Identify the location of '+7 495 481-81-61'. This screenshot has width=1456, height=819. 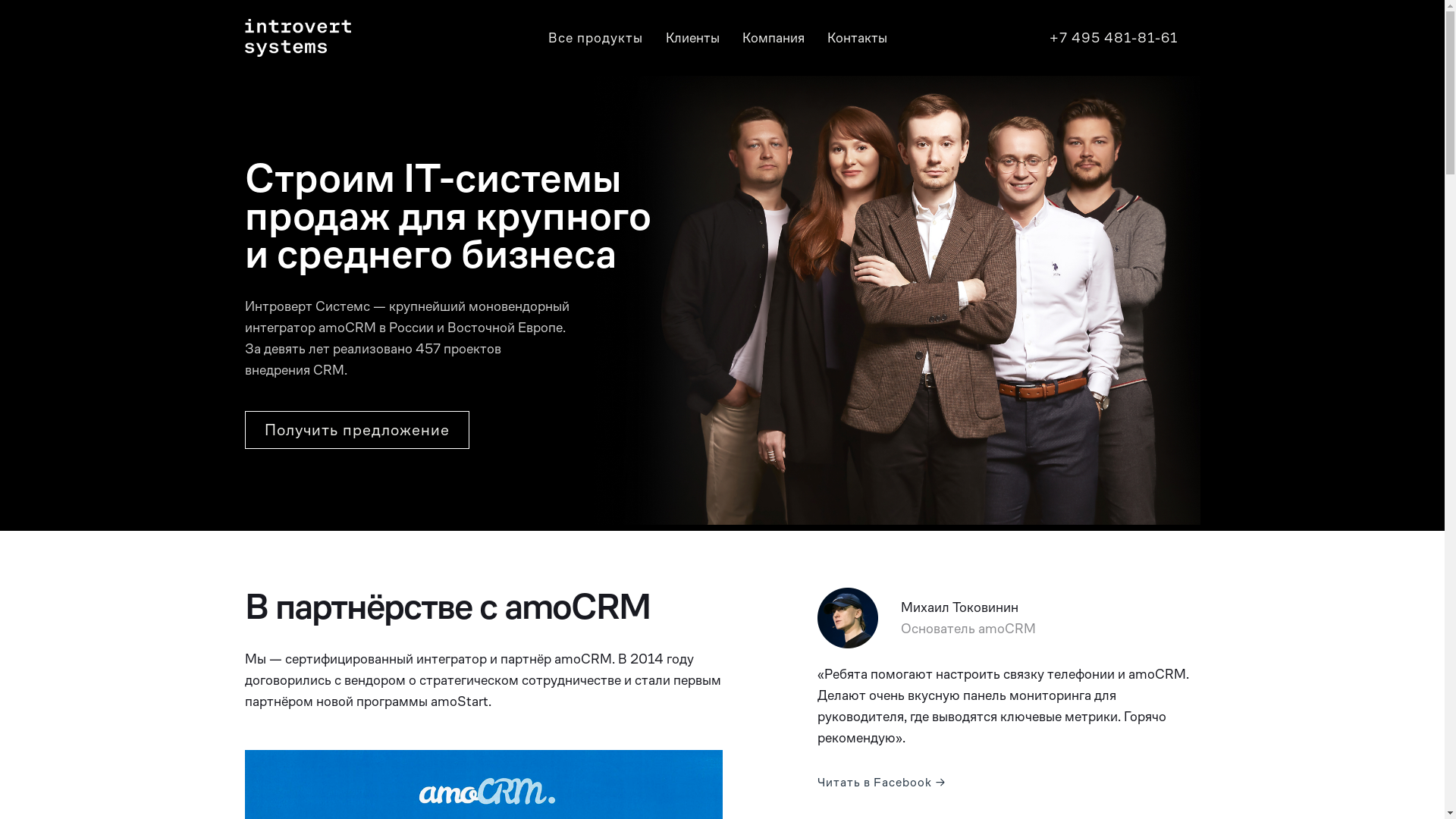
(1113, 37).